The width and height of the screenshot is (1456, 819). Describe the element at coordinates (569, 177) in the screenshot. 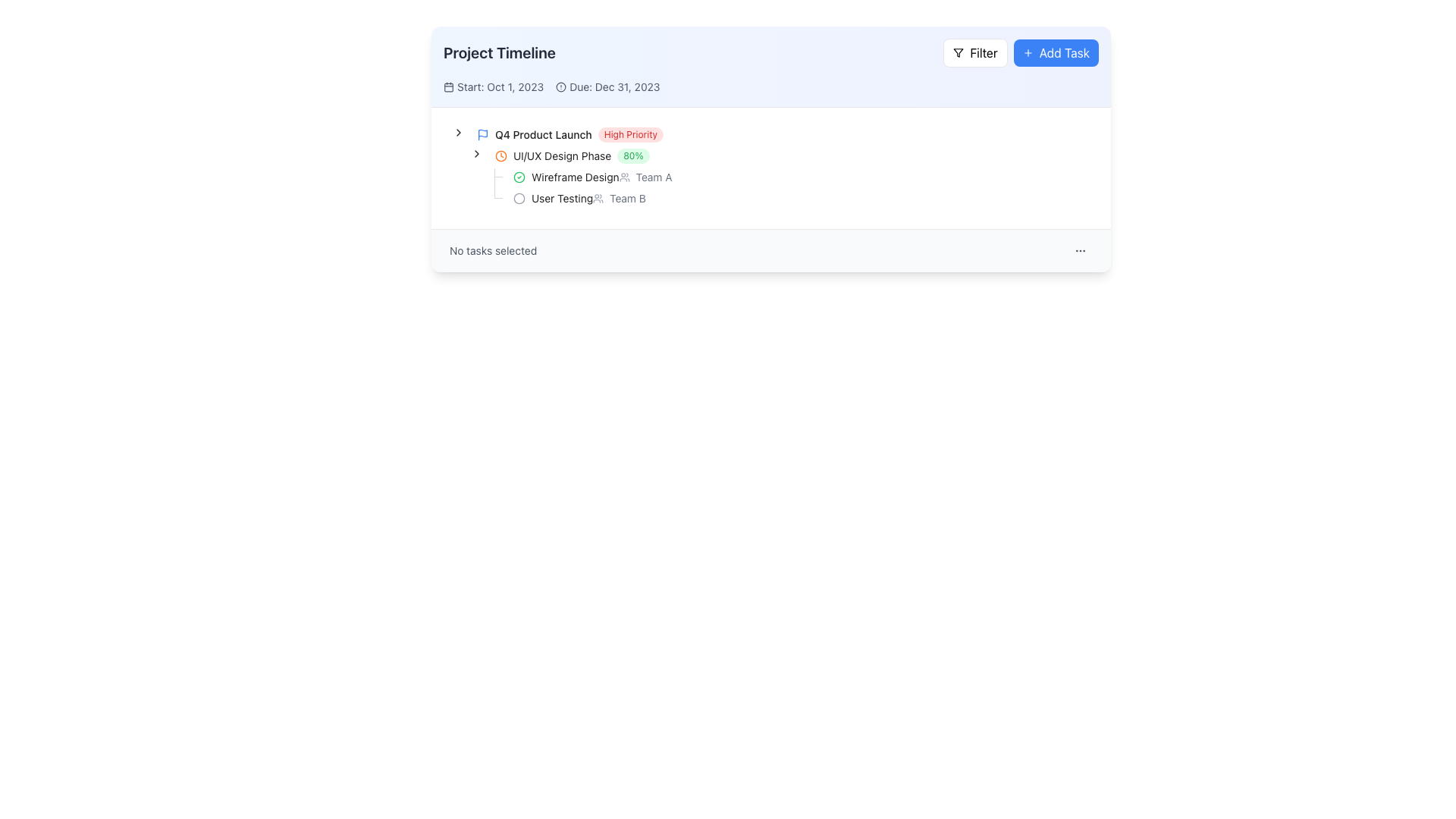

I see `on the Tree view item named 'Wireframe Design Team A'` at that location.